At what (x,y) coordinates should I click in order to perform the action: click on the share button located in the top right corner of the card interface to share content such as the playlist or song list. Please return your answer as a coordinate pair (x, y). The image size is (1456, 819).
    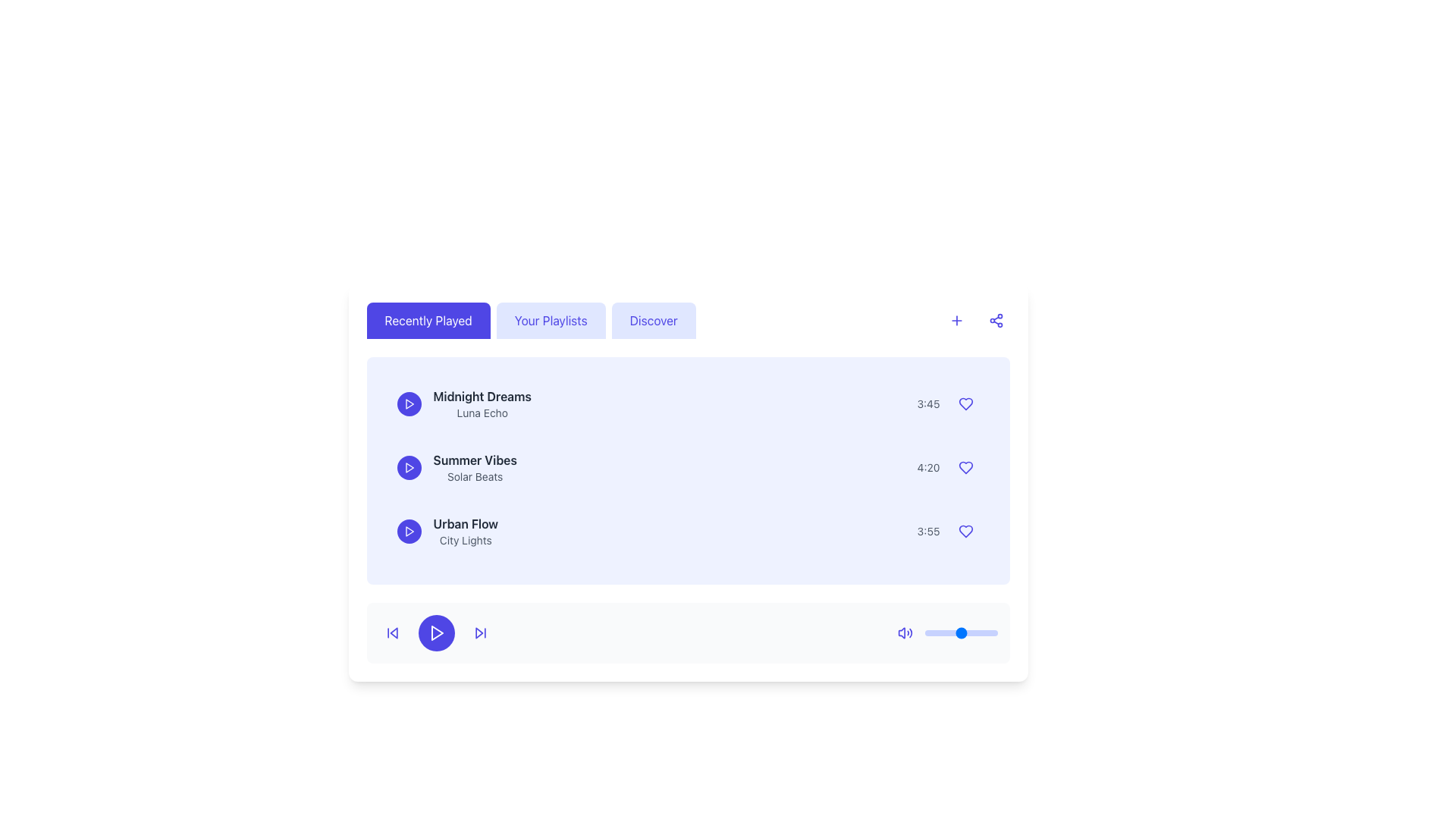
    Looking at the image, I should click on (996, 320).